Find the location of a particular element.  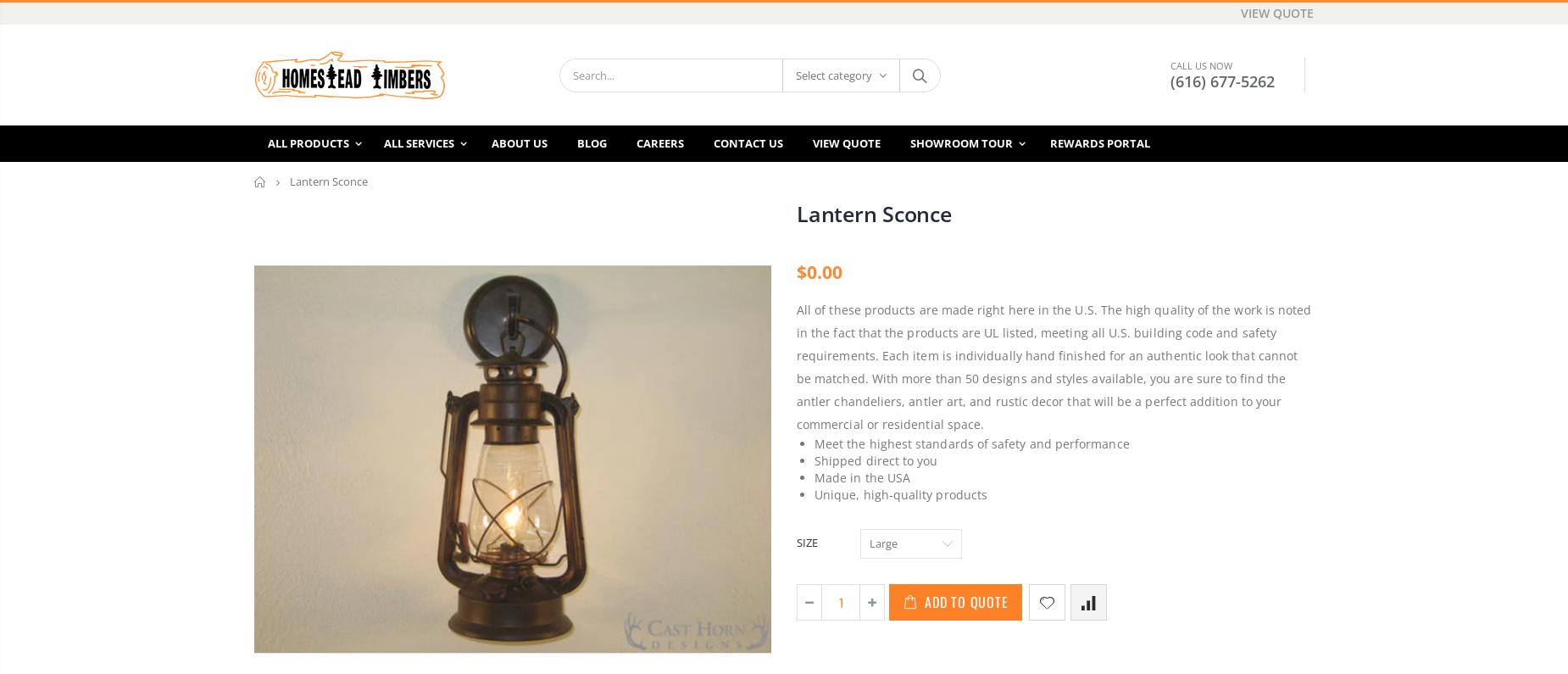

'RAILING AND STAIRS' is located at coordinates (685, 532).